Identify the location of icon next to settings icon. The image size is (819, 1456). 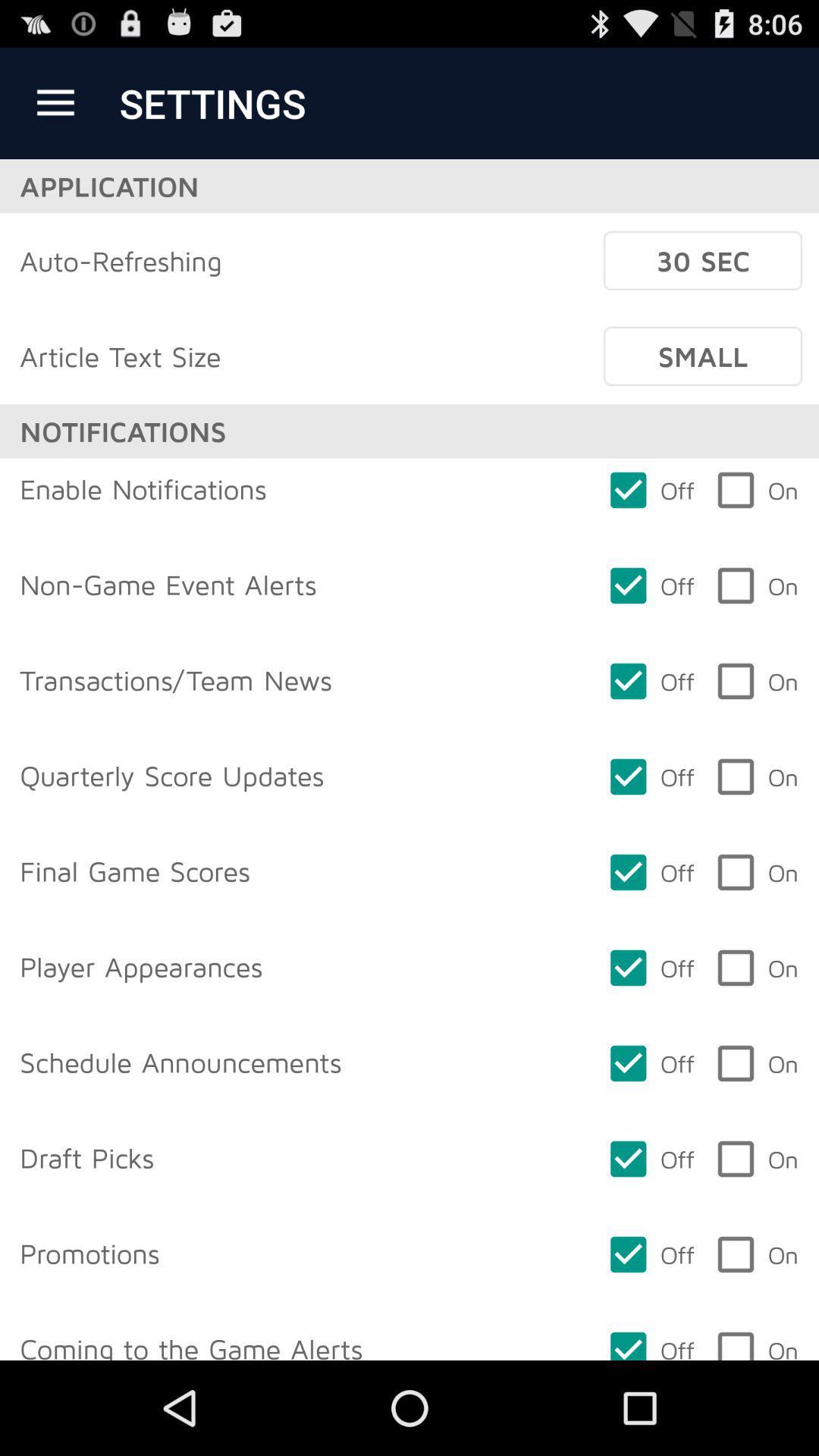
(55, 102).